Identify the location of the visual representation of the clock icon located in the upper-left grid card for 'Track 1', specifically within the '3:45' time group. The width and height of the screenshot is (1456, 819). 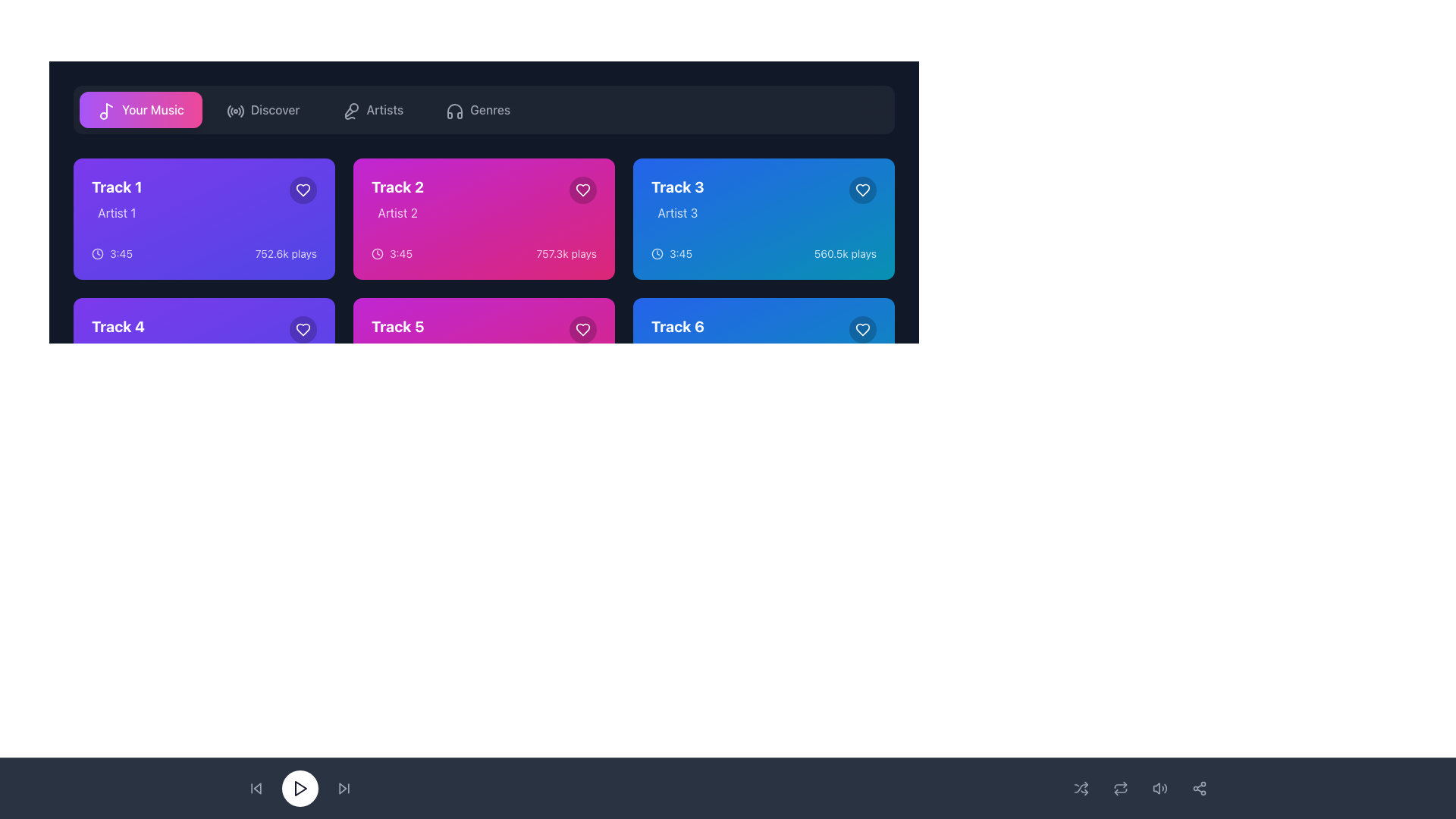
(97, 253).